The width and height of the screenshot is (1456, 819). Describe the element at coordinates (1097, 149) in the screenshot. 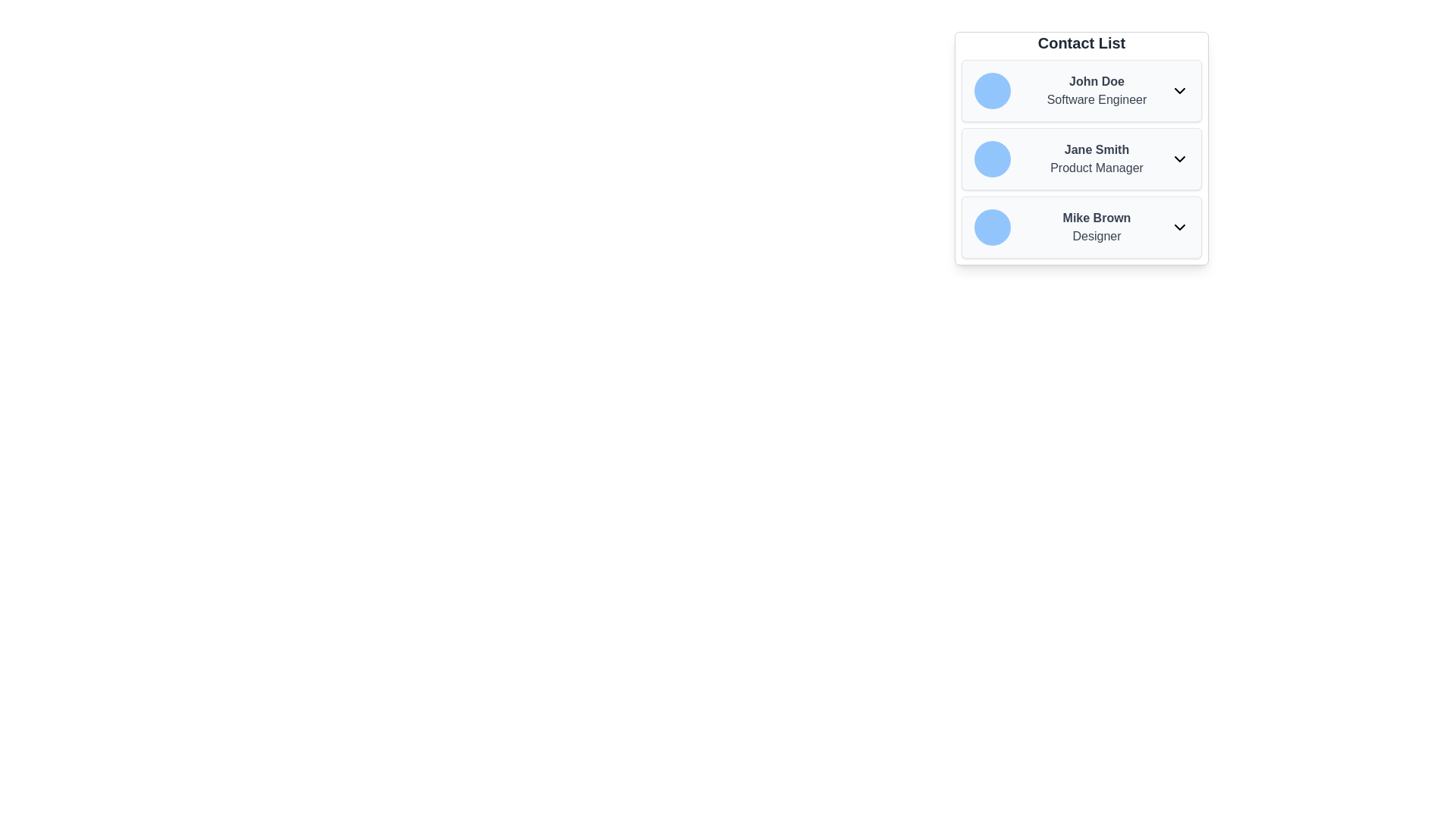

I see `the text 'Jane Smith' which is displayed in bold font and is part of a contact information card, positioned above the designation 'Product Manager'` at that location.